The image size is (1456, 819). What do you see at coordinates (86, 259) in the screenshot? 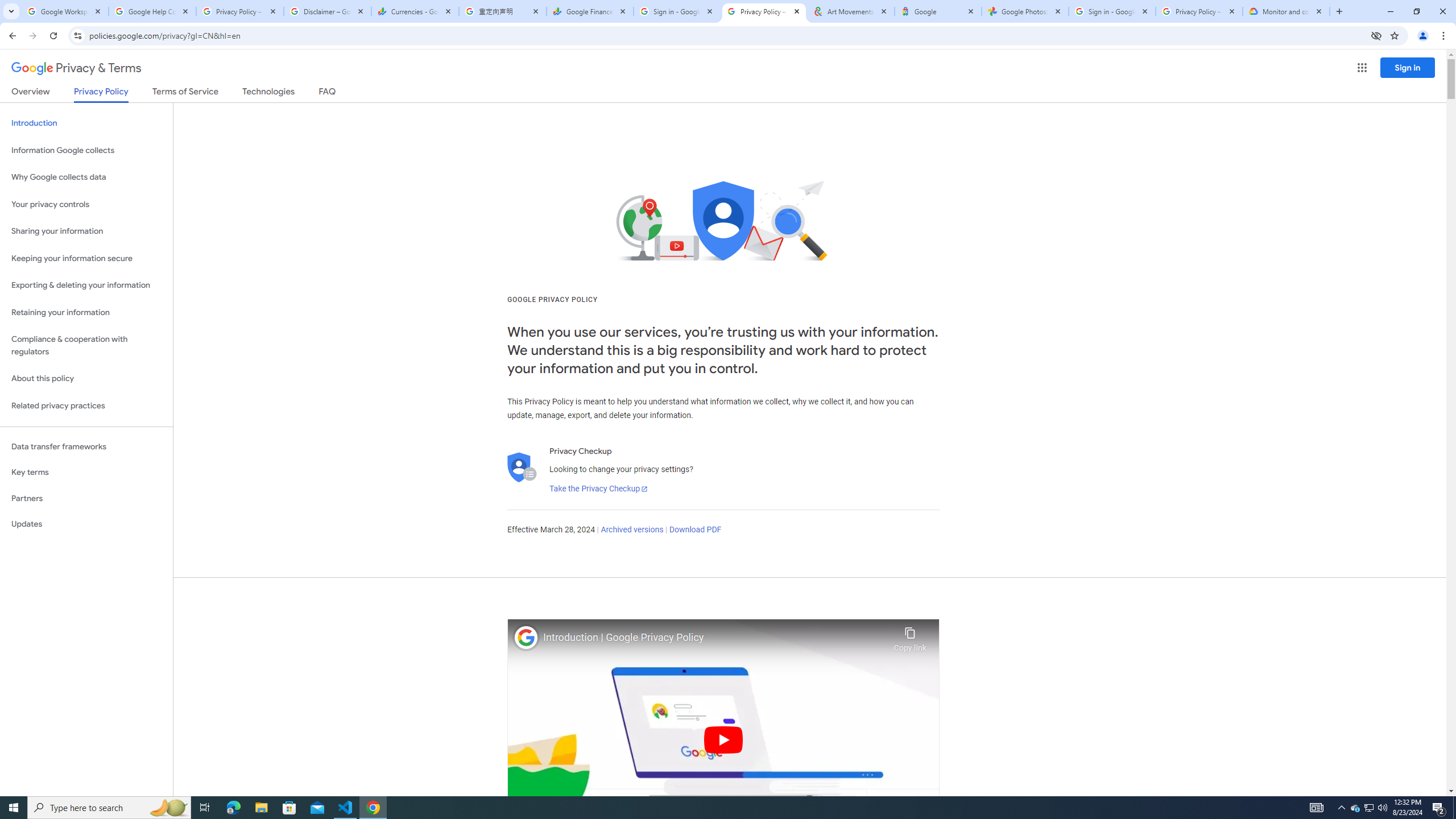
I see `'Keeping your information secure'` at bounding box center [86, 259].